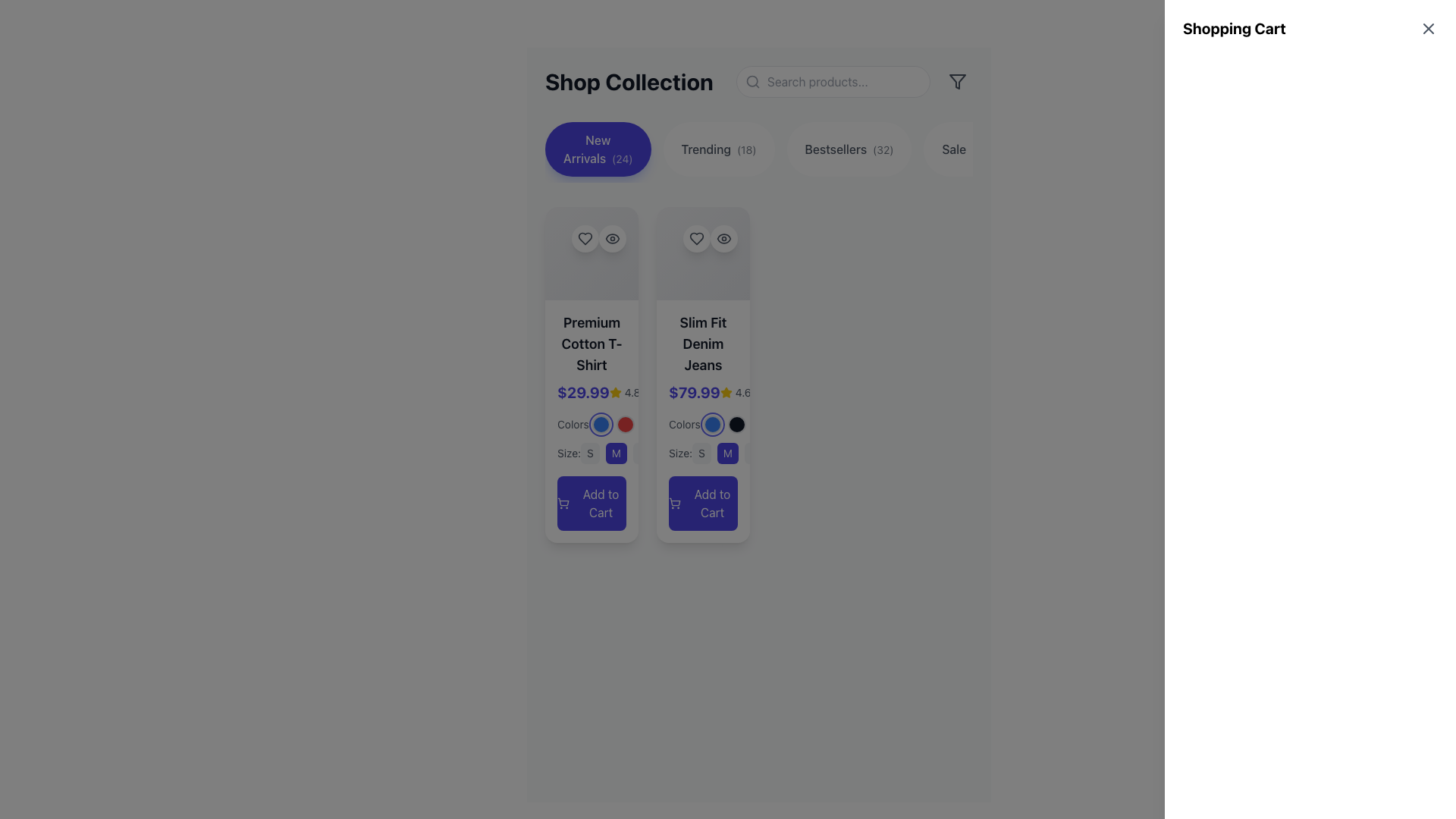  Describe the element at coordinates (585, 239) in the screenshot. I see `the heart icon located at the top left corner of the 'Premium Cotton T-Shirt' card to mark the product as favorite` at that location.